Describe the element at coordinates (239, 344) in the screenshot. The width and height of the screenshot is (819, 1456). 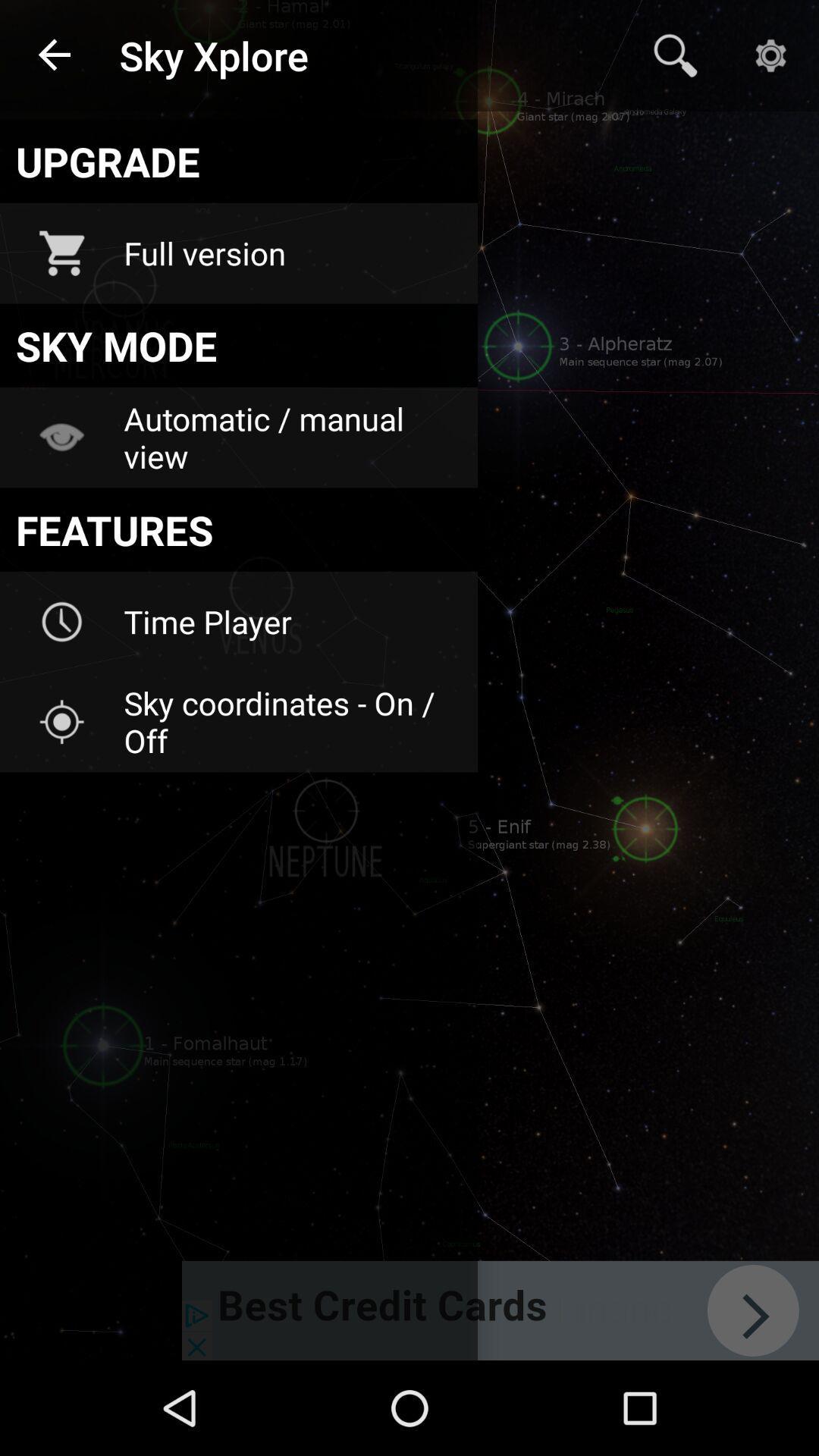
I see `icon below the full version icon` at that location.